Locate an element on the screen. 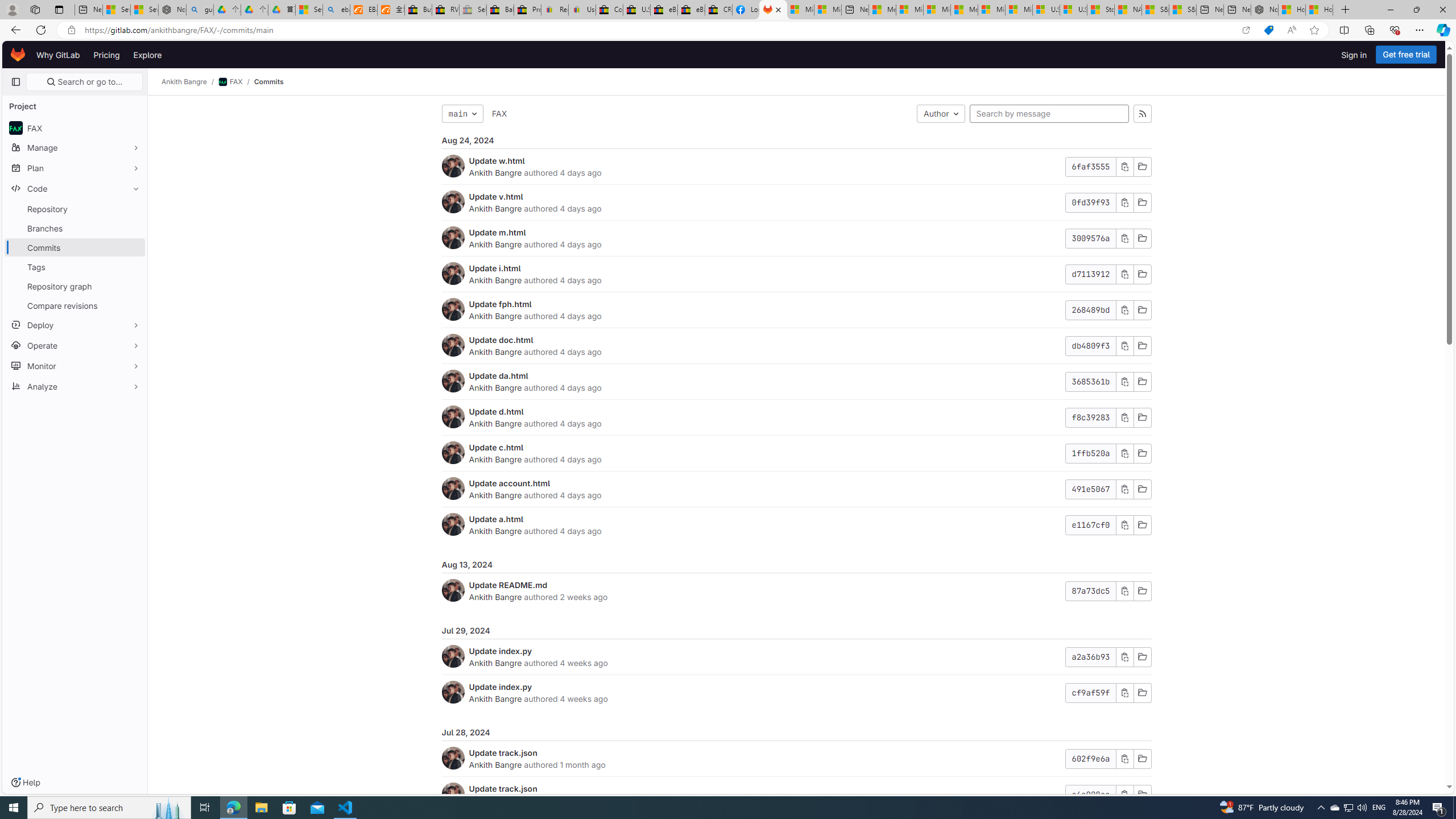 This screenshot has width=1456, height=819. 'Update w.htmlAnkith Bangre authored 4 days ago6faf3555' is located at coordinates (796, 166).